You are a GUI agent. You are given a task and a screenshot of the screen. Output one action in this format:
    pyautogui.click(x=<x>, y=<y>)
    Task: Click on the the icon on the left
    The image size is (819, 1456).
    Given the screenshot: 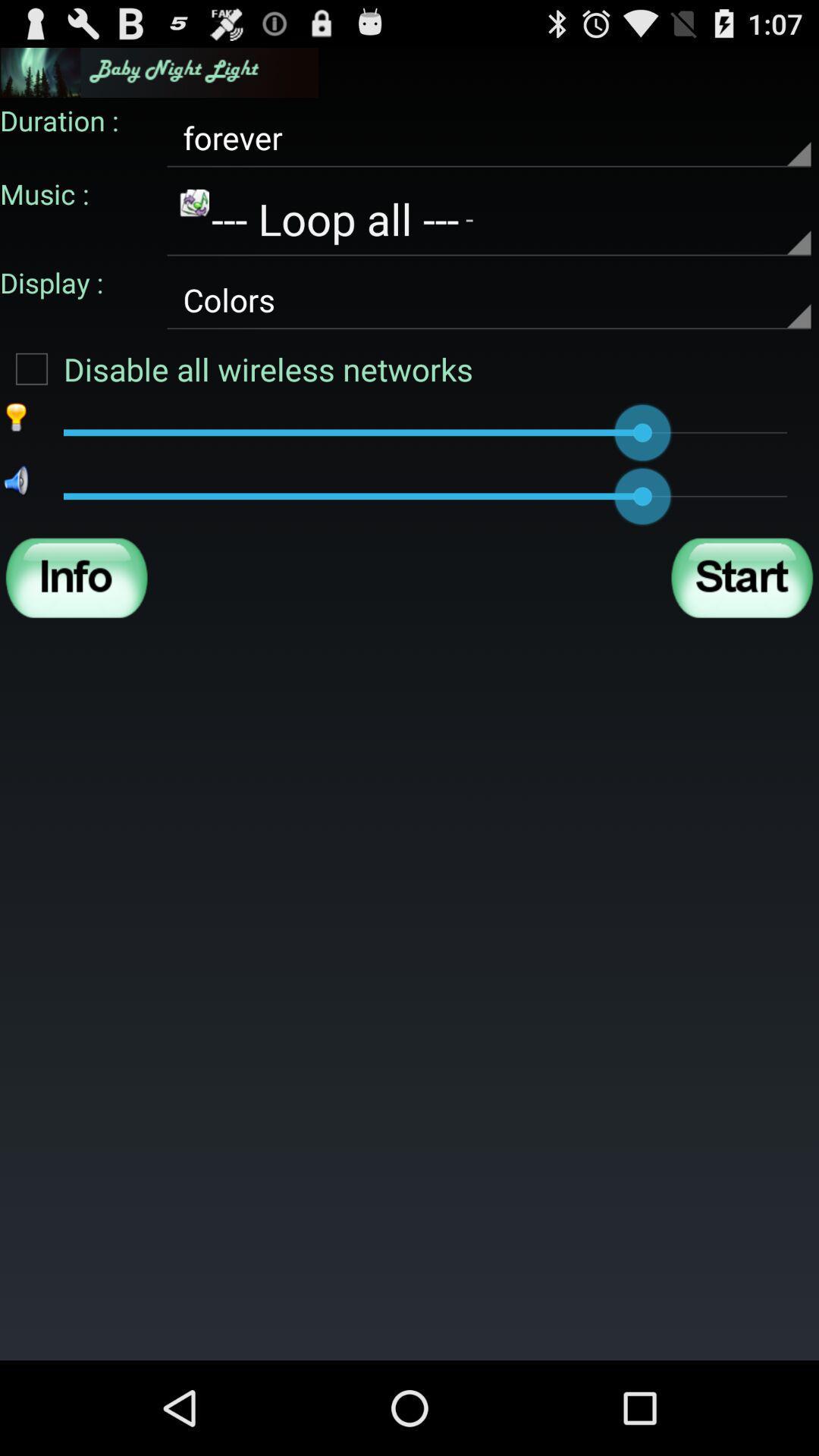 What is the action you would take?
    pyautogui.click(x=77, y=577)
    